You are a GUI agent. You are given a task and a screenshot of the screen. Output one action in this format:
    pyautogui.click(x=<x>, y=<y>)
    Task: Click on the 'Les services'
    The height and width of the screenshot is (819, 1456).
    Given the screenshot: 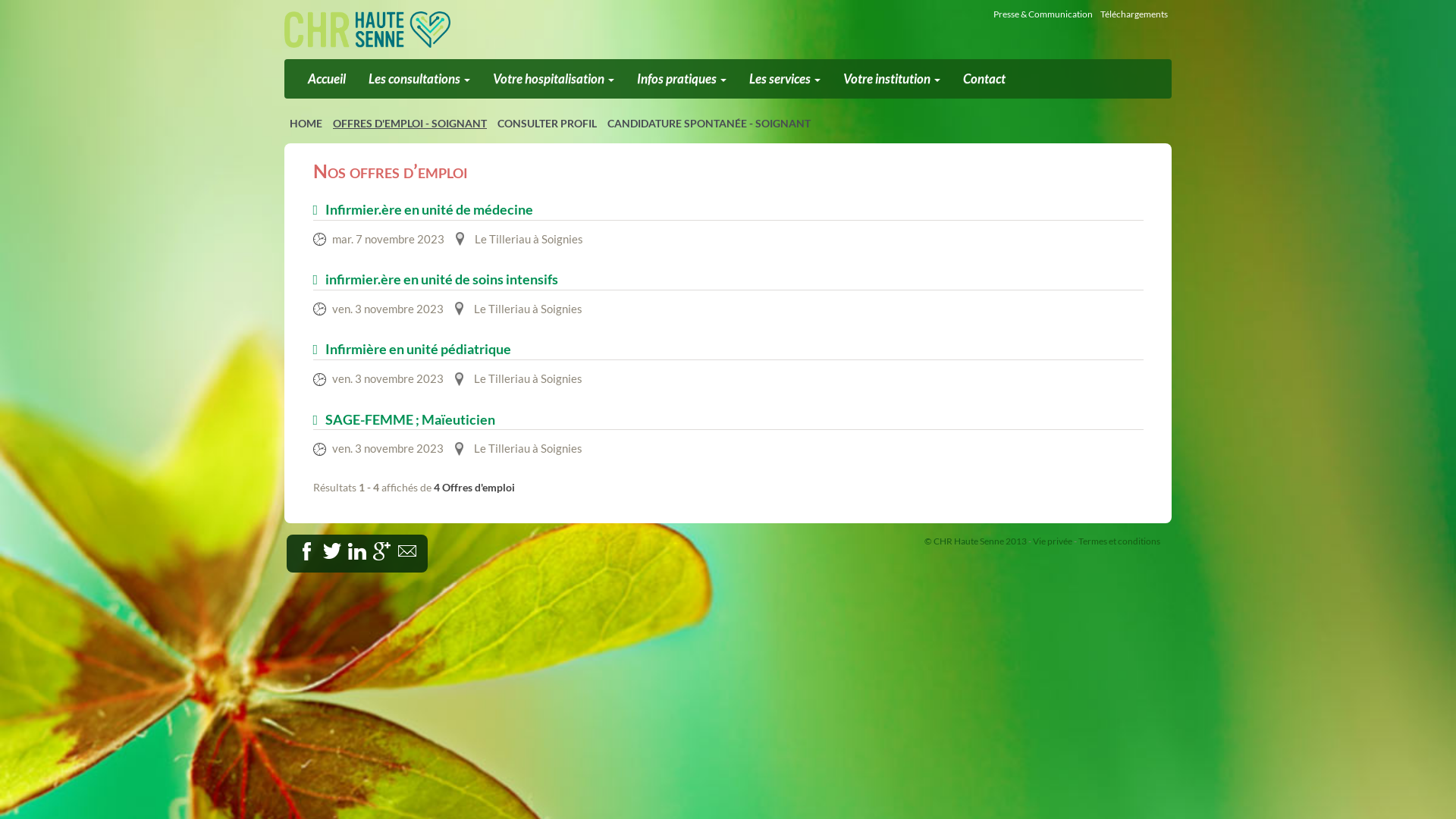 What is the action you would take?
    pyautogui.click(x=785, y=79)
    